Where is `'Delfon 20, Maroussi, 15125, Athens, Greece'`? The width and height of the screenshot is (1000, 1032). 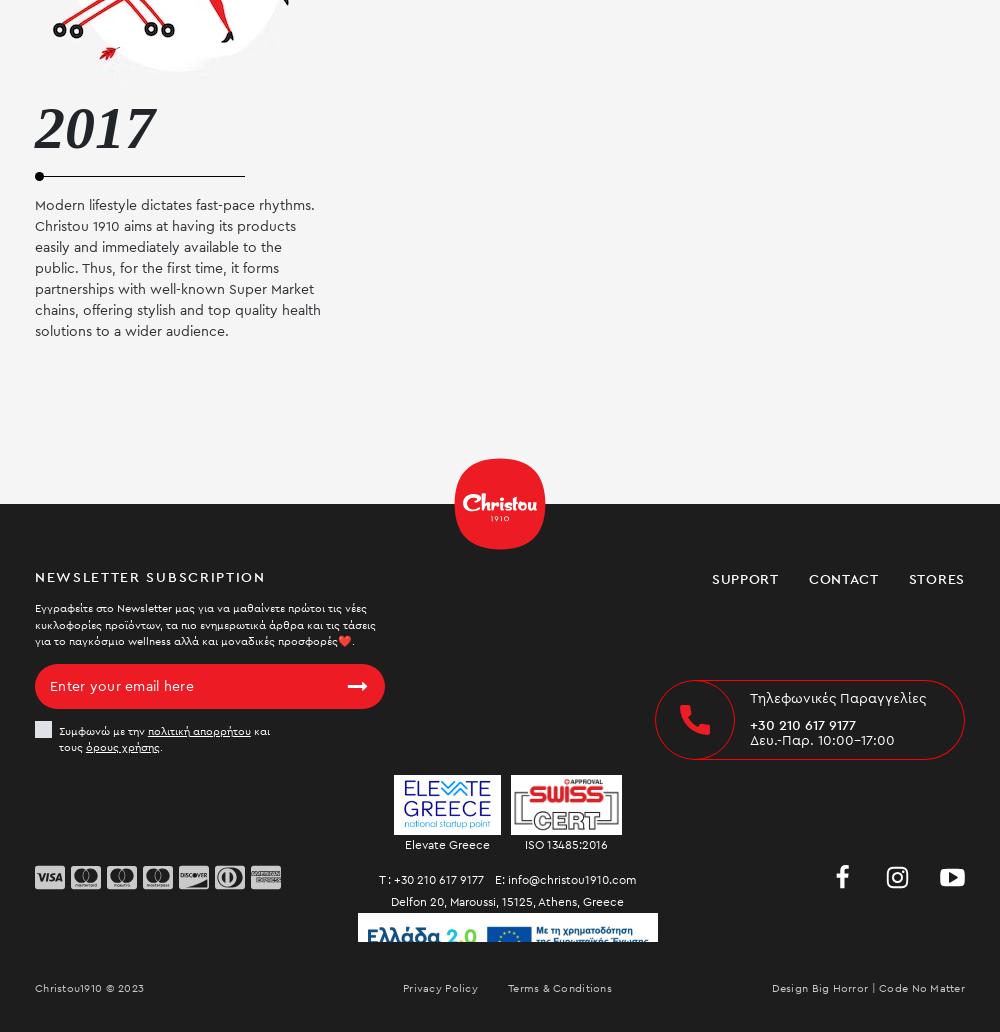 'Delfon 20, Maroussi, 15125, Athens, Greece' is located at coordinates (507, 901).